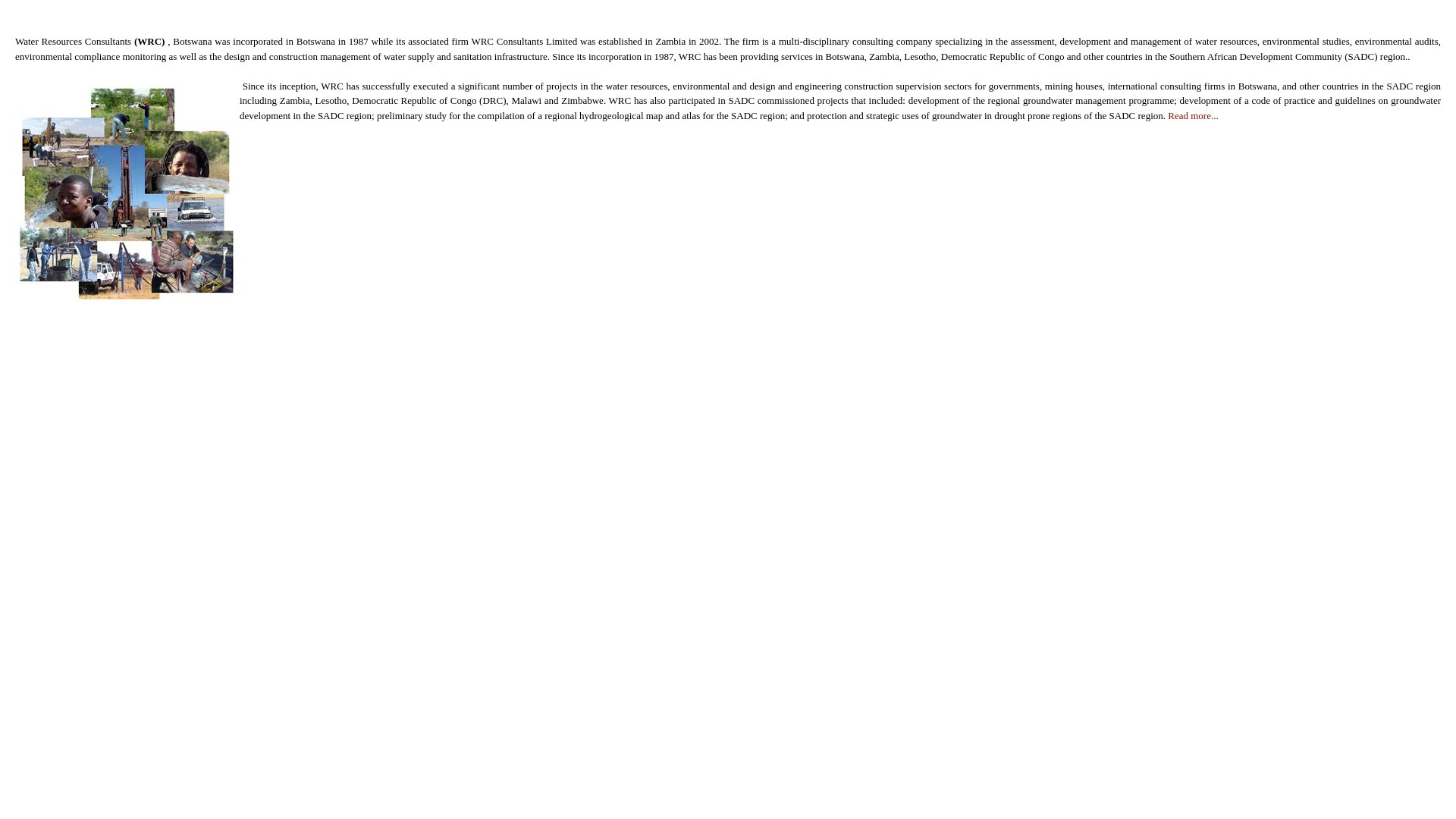  What do you see at coordinates (1167, 114) in the screenshot?
I see `'Read more...'` at bounding box center [1167, 114].